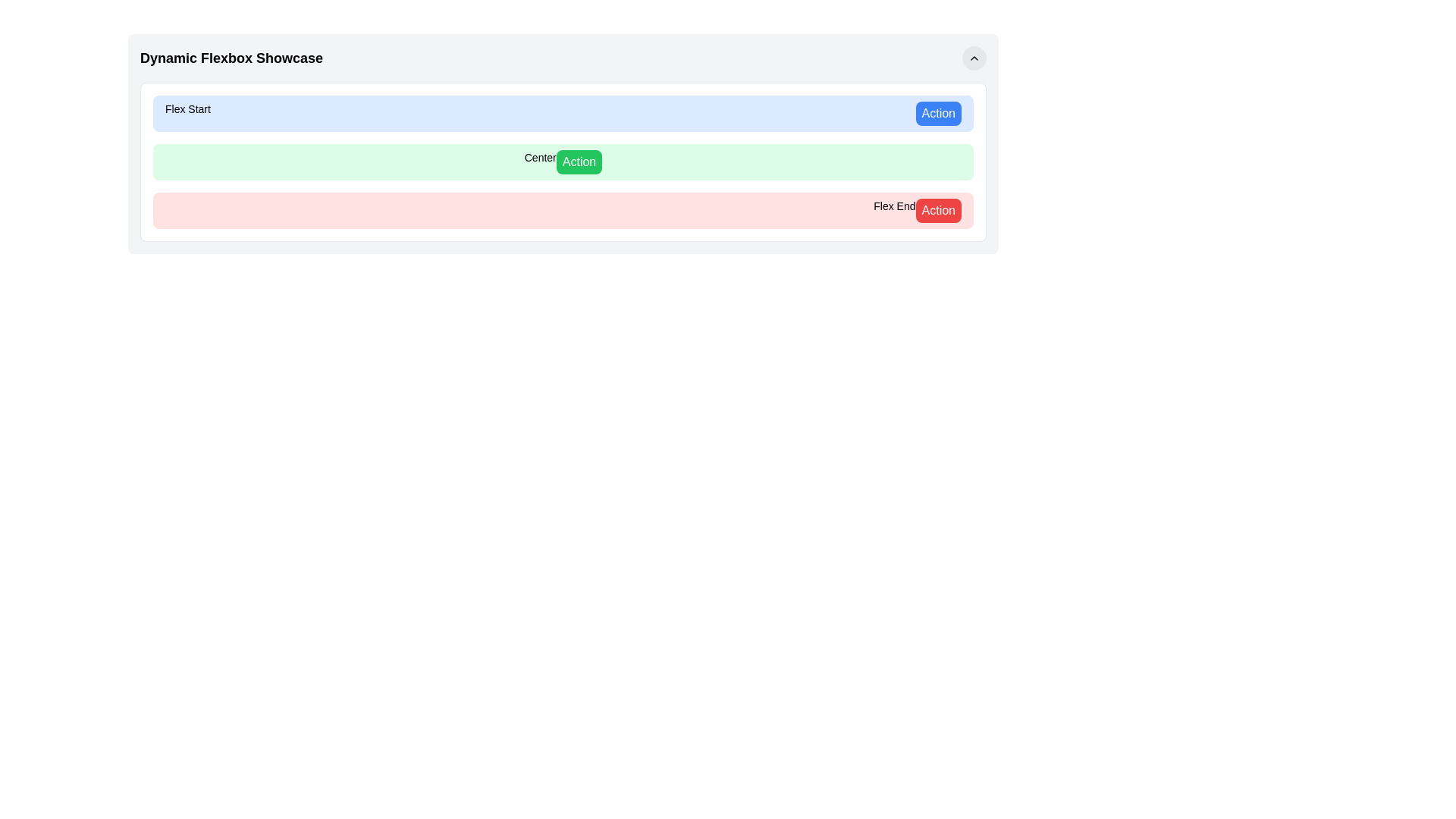 This screenshot has width=1456, height=819. I want to click on the bold, large-sized text label that reads 'Dynamic Flexbox Showcase', which is styled with a semibold font weight and is located at the top-left section of the interface, so click(231, 58).